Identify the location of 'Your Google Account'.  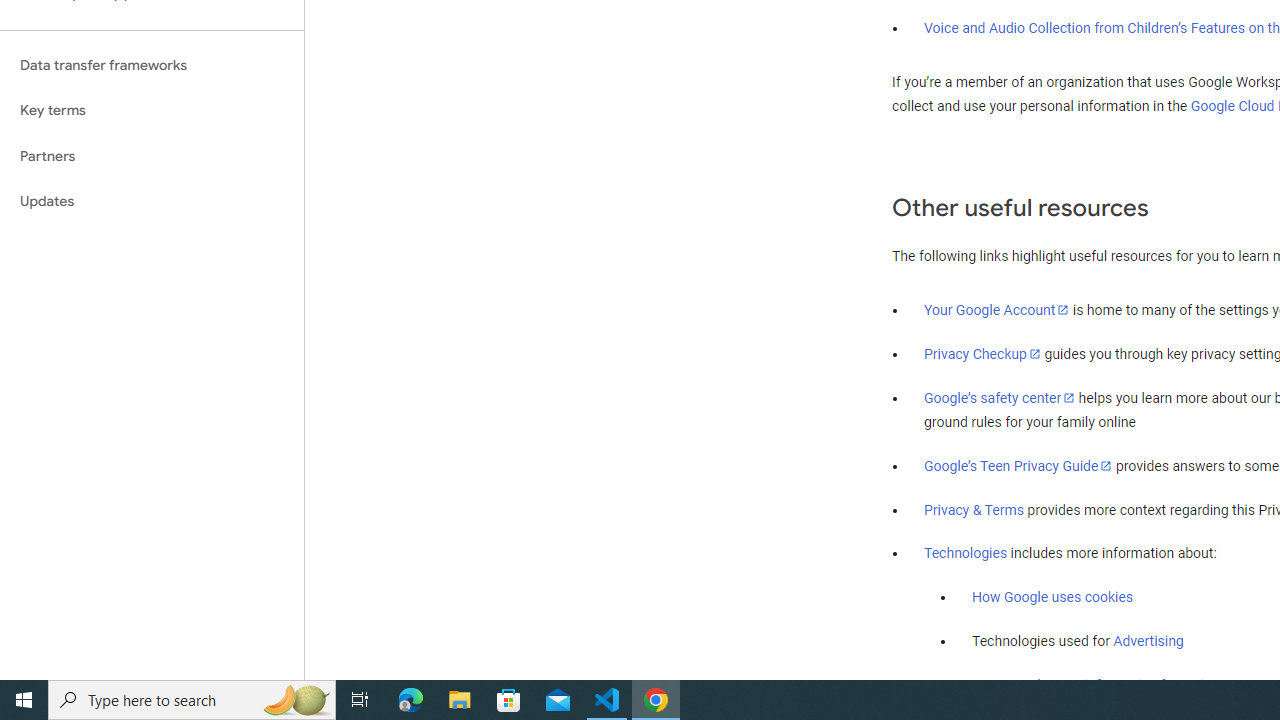
(997, 309).